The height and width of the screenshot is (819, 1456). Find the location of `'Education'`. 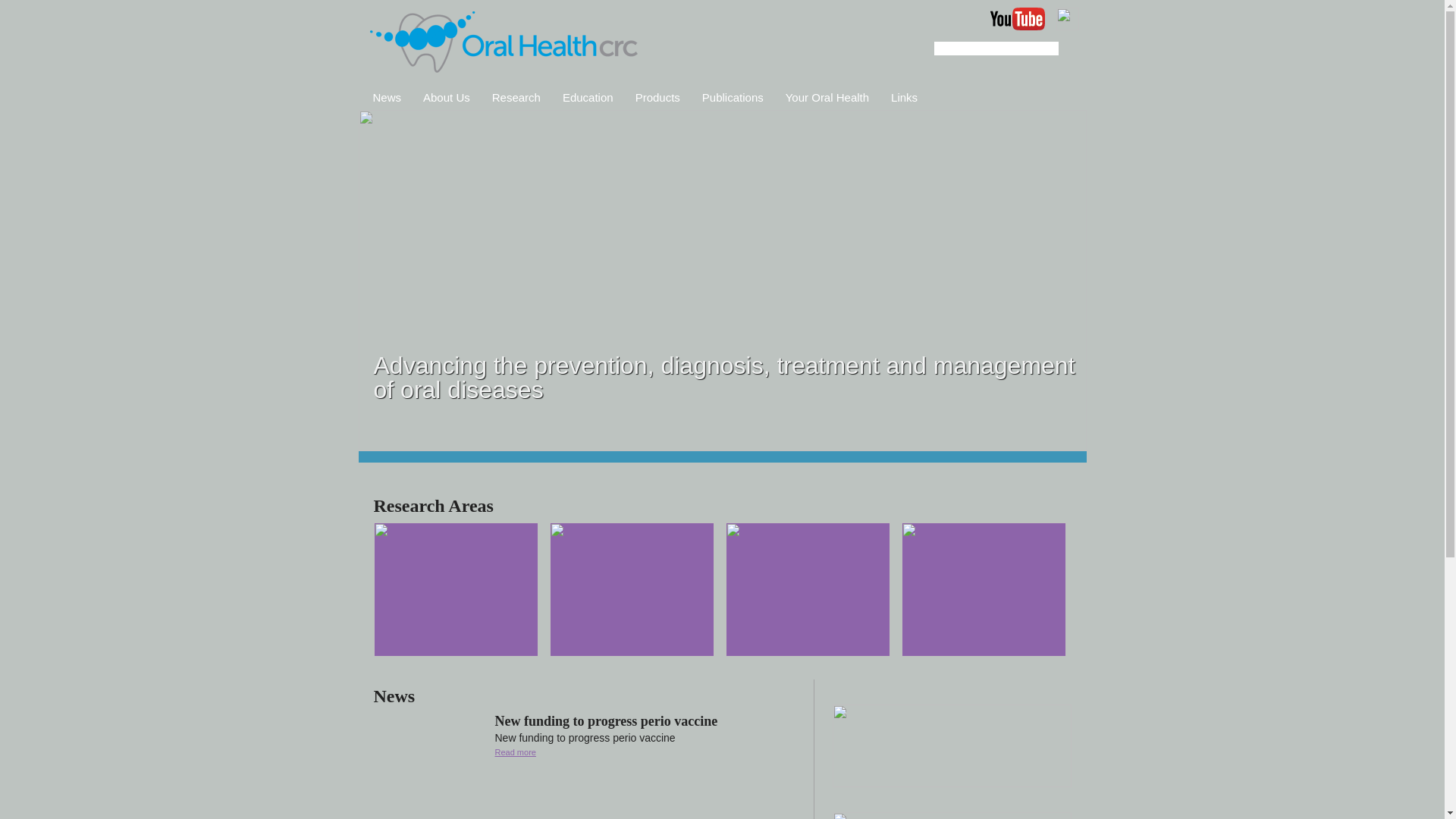

'Education' is located at coordinates (587, 96).